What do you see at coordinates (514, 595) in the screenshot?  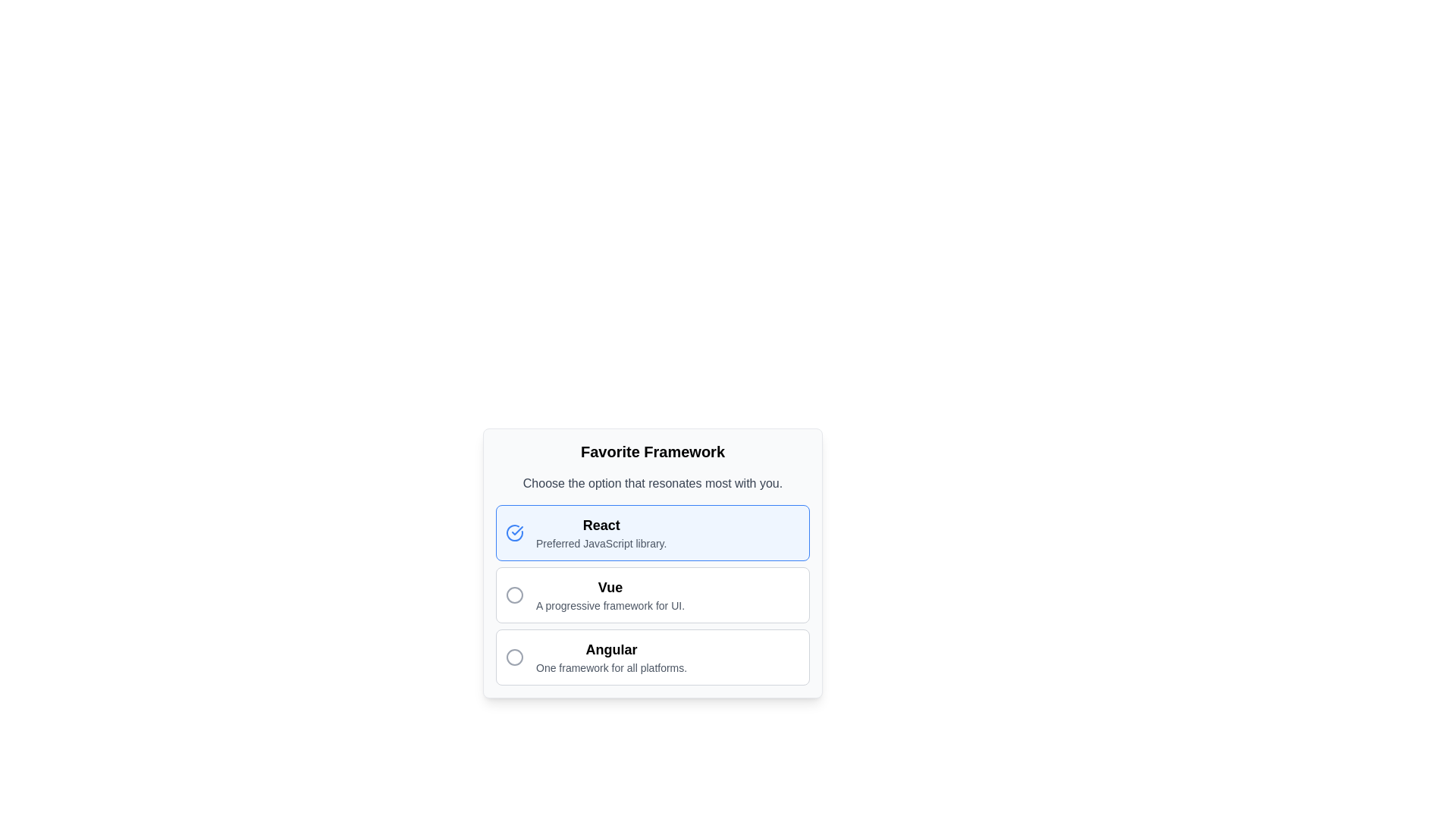 I see `the circular icon representing the unselected option for 'Vue' in the multi-choice survey` at bounding box center [514, 595].